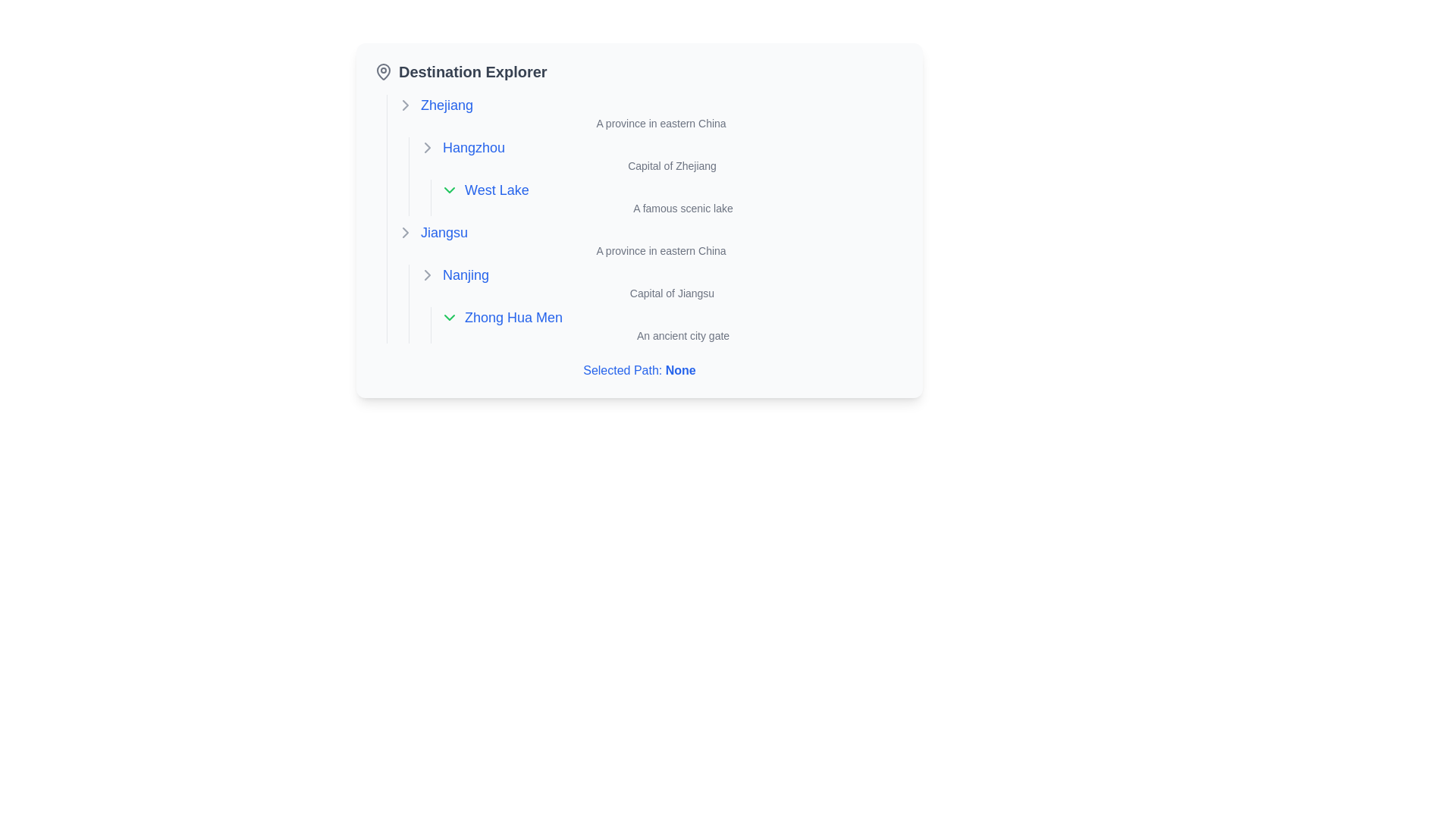  What do you see at coordinates (427, 148) in the screenshot?
I see `the left-pointing chevron icon next to the text 'Hangzhou'` at bounding box center [427, 148].